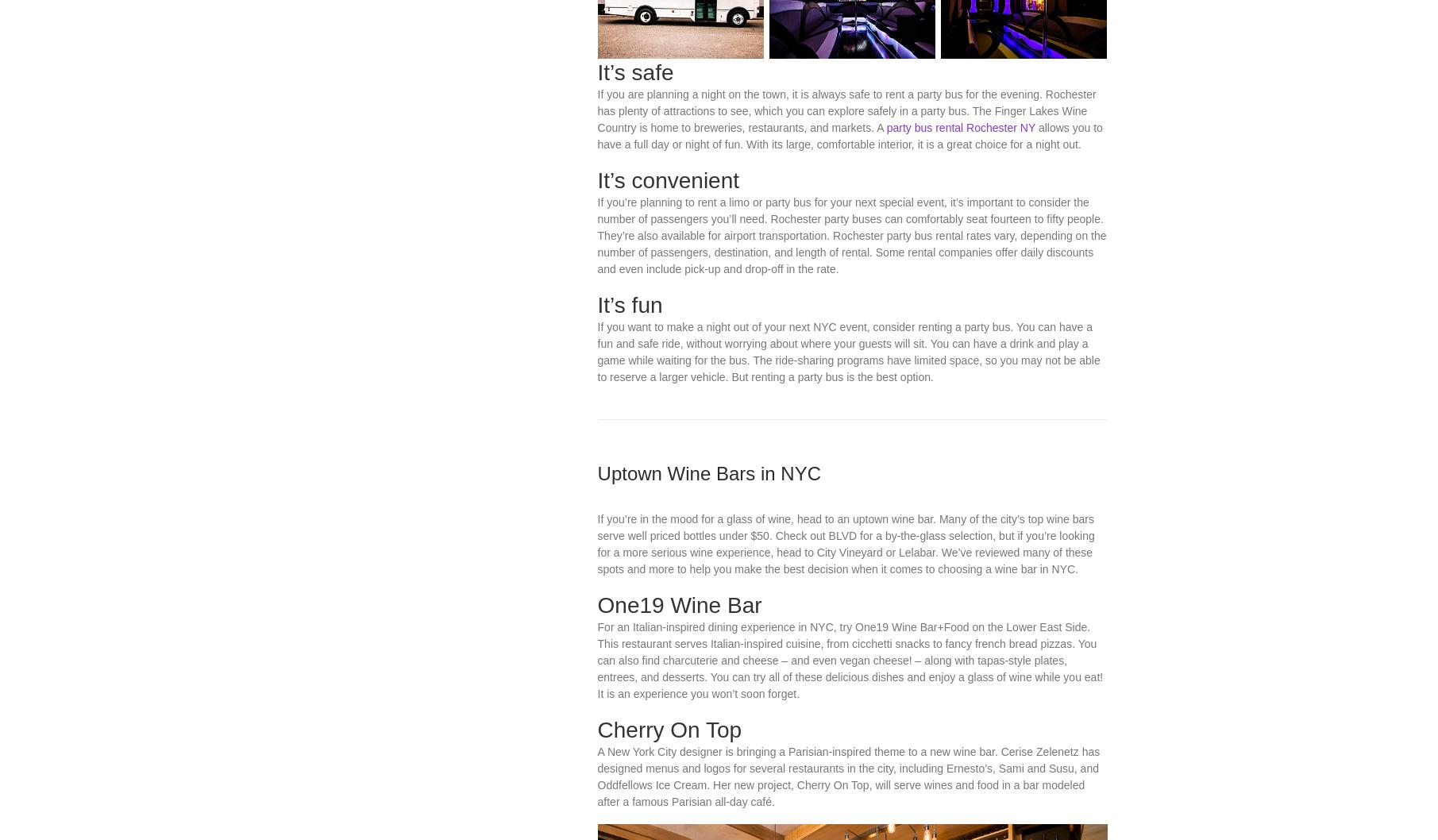 Image resolution: width=1438 pixels, height=840 pixels. I want to click on 'It’s safe', so click(634, 222).